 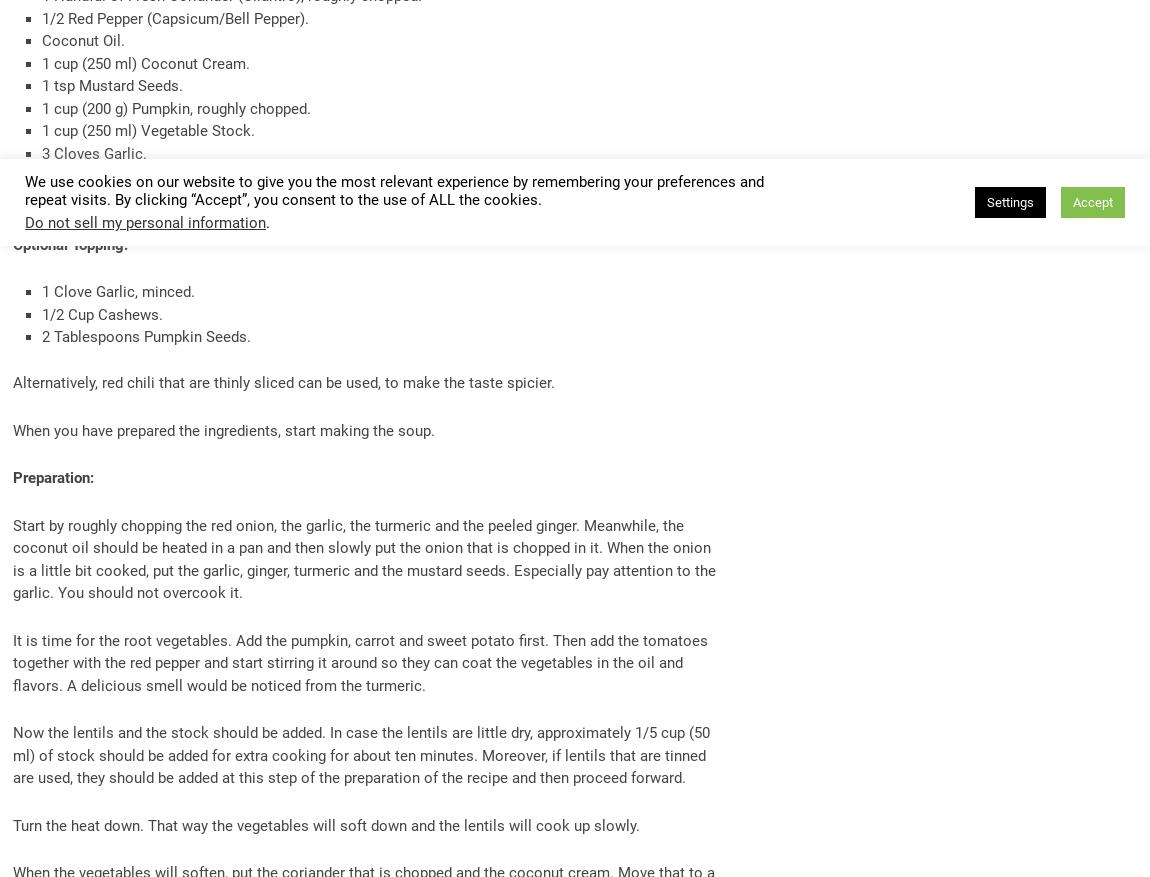 What do you see at coordinates (360, 662) in the screenshot?
I see `'It is time for the root vegetables. Add the pumpkin, carrot and sweet potato first. Then add the tomatoes together with the red pepper and start stirring it around so they can coat the vegetables in the oil and flavors. A delicious smell would be noticed from the turmeric.'` at bounding box center [360, 662].